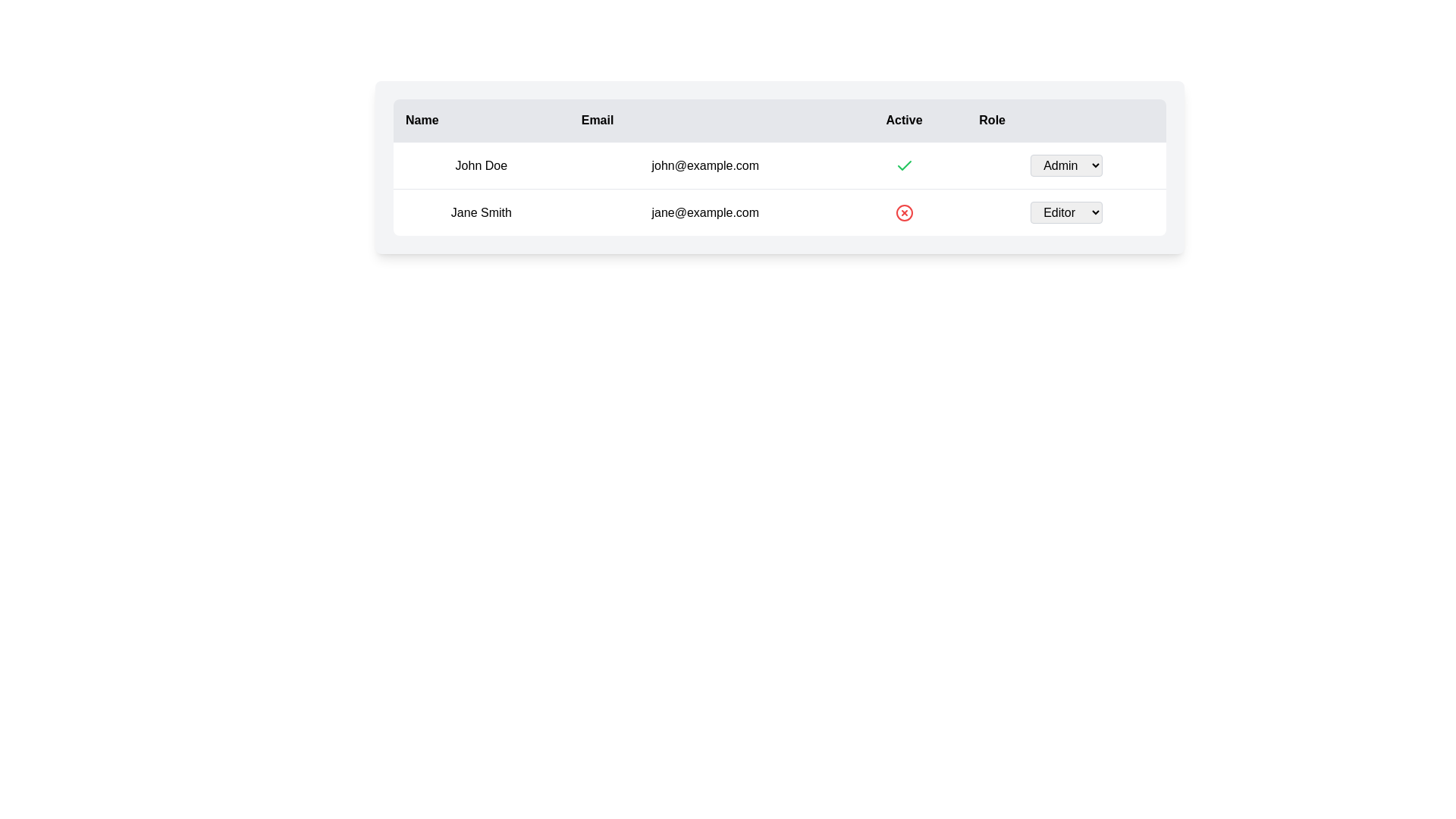  What do you see at coordinates (904, 165) in the screenshot?
I see `the green checkmark icon located in the Active column of the first row in the user information table, adjacent to 'john@example.com'` at bounding box center [904, 165].